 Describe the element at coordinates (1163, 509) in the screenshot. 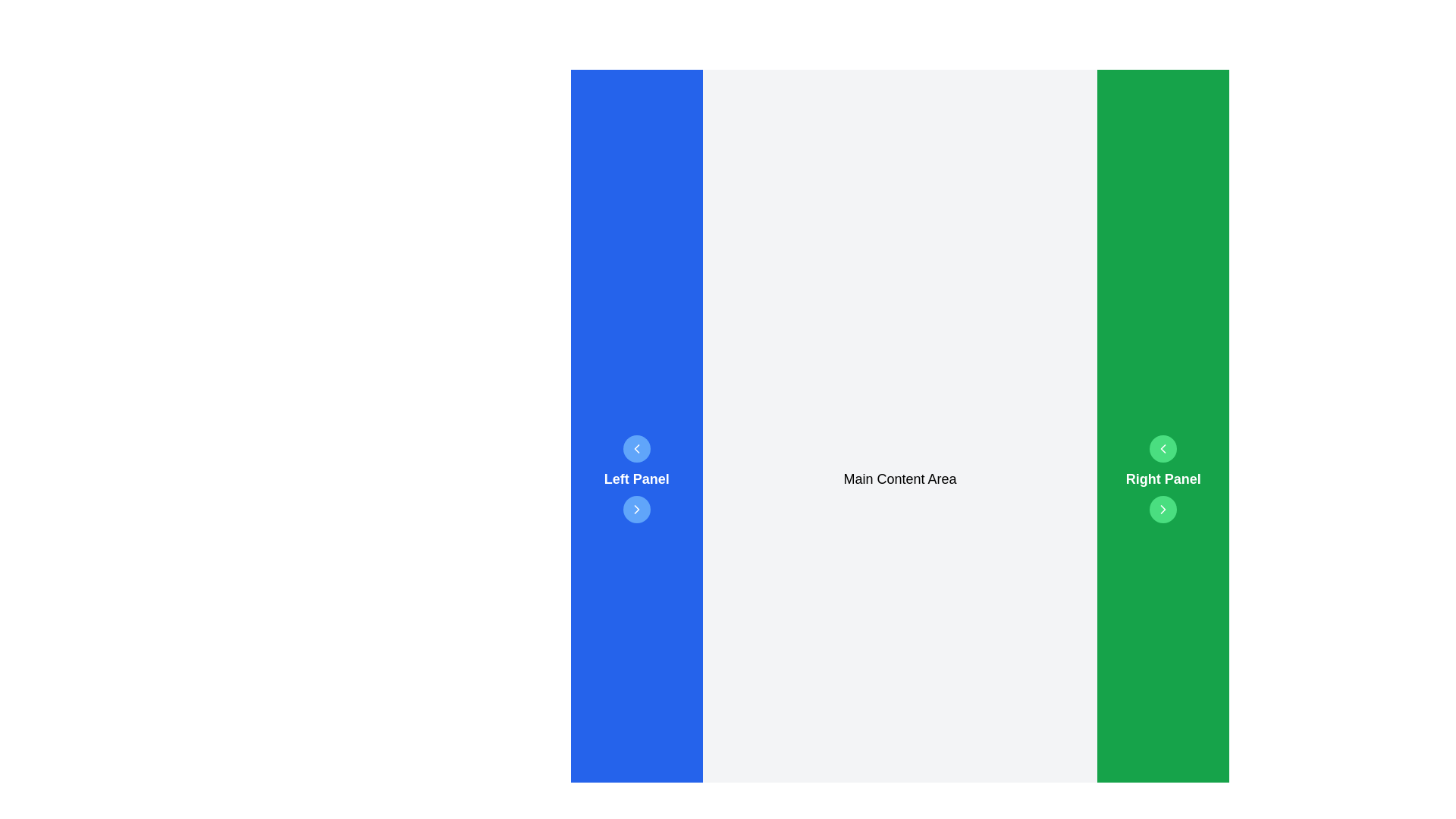

I see `the green circular button with a right-arrow icon located in the Right Panel` at that location.